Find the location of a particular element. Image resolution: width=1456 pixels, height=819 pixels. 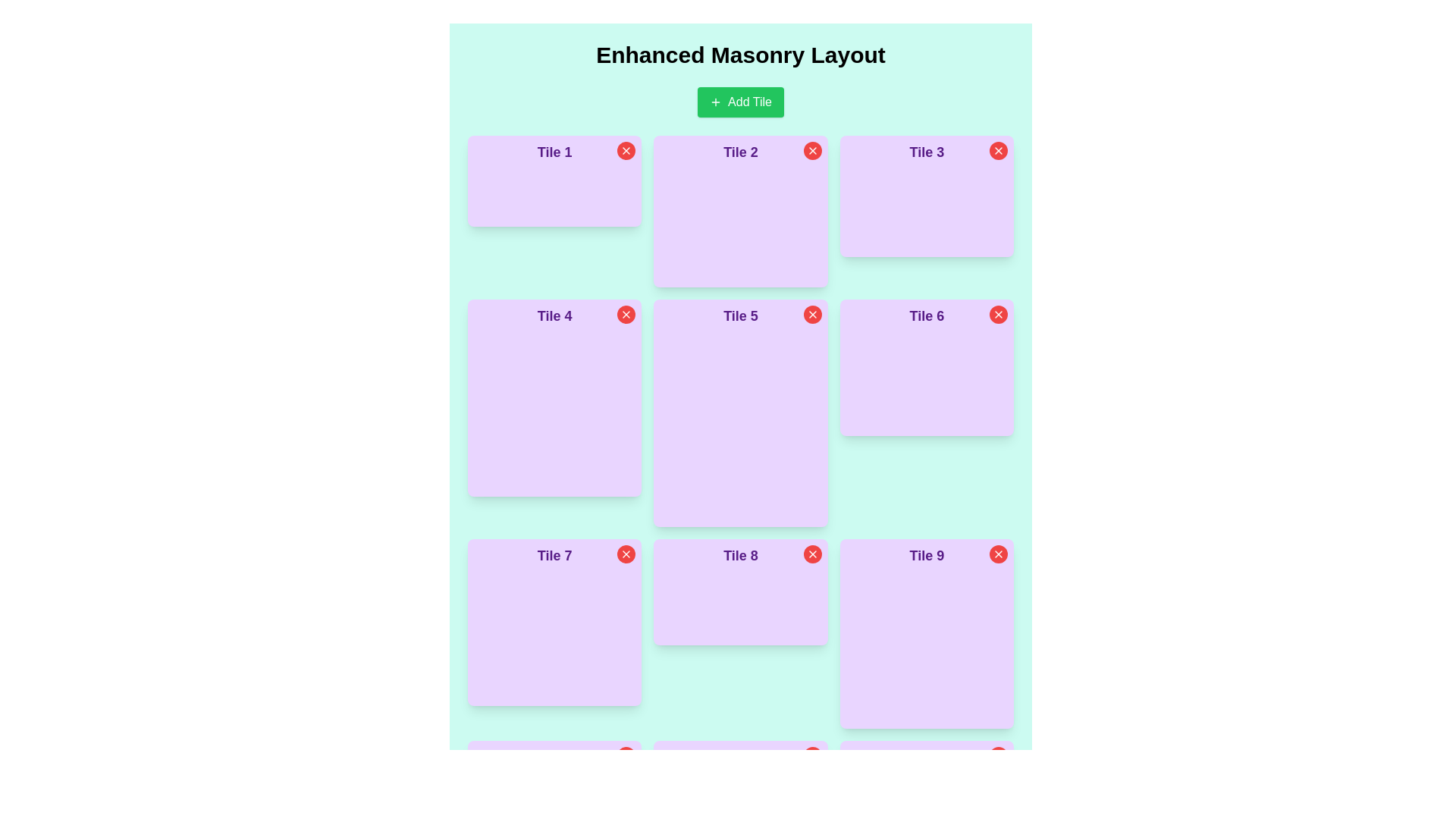

the purple-colored tile labeled 'Tile 6' is located at coordinates (926, 368).